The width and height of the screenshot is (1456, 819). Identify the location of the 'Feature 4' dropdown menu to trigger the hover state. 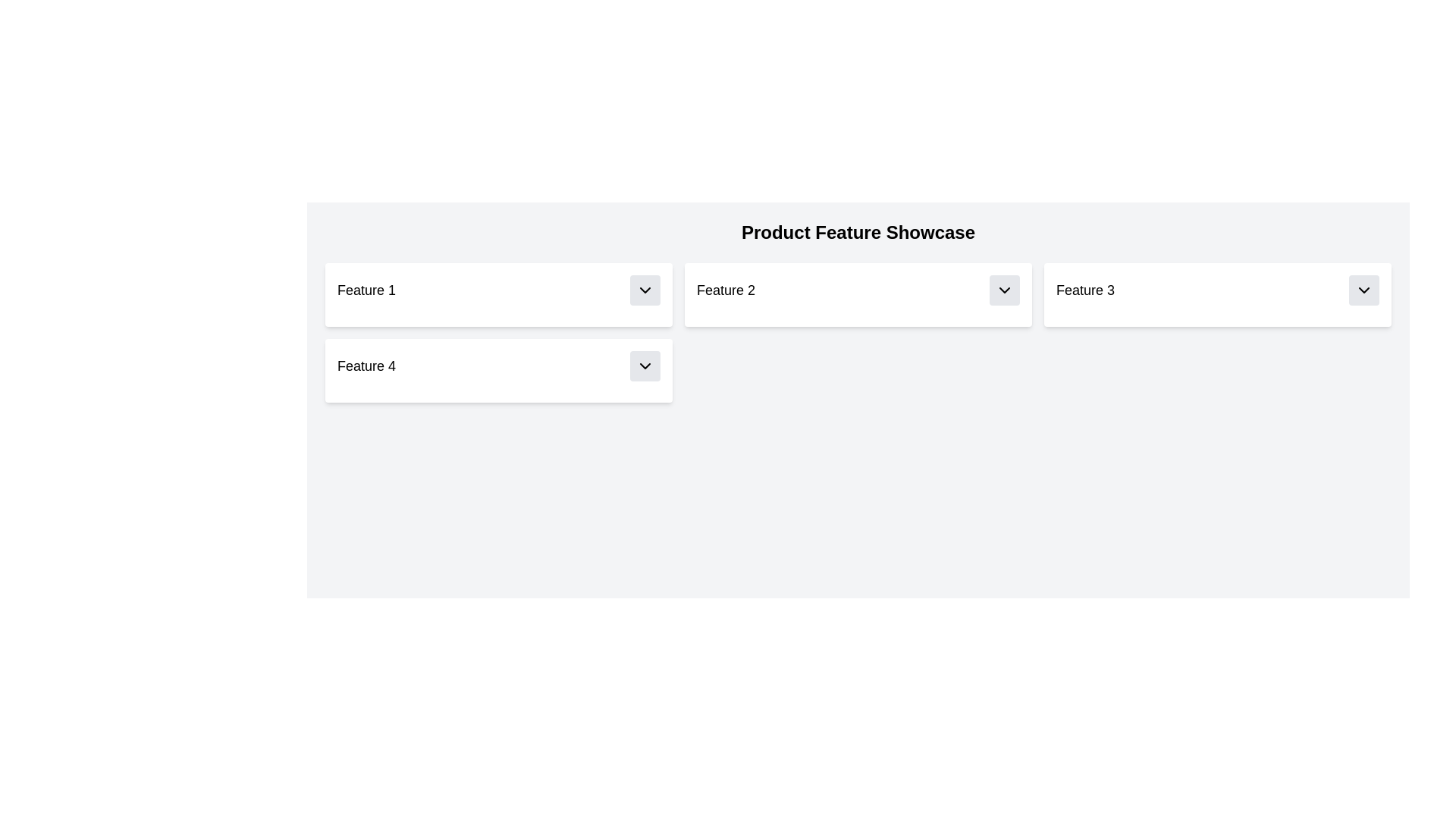
(498, 366).